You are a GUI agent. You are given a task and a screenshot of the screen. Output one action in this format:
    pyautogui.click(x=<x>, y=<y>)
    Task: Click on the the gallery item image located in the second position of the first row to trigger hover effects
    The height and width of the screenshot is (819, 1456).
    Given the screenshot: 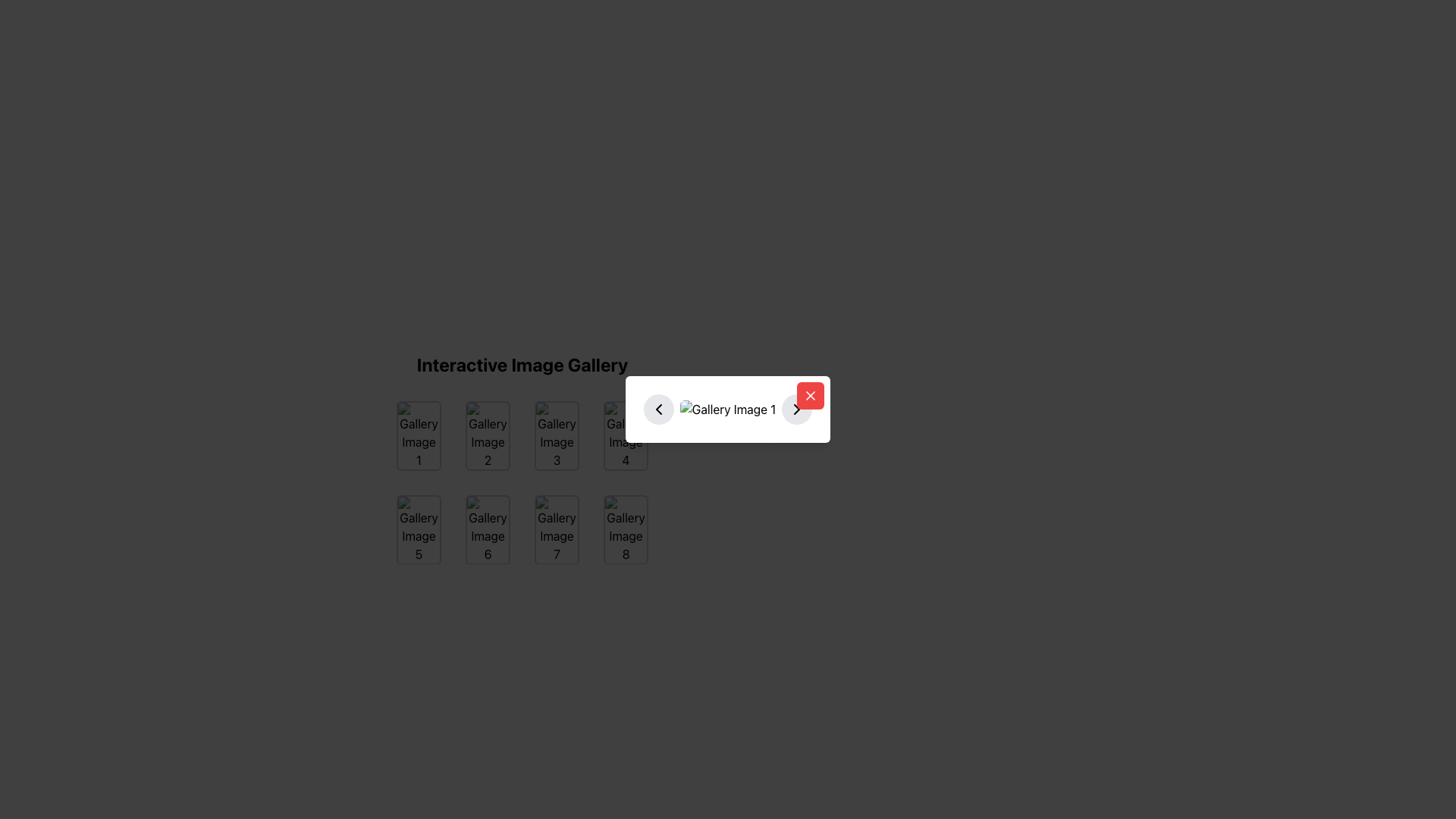 What is the action you would take?
    pyautogui.click(x=488, y=435)
    